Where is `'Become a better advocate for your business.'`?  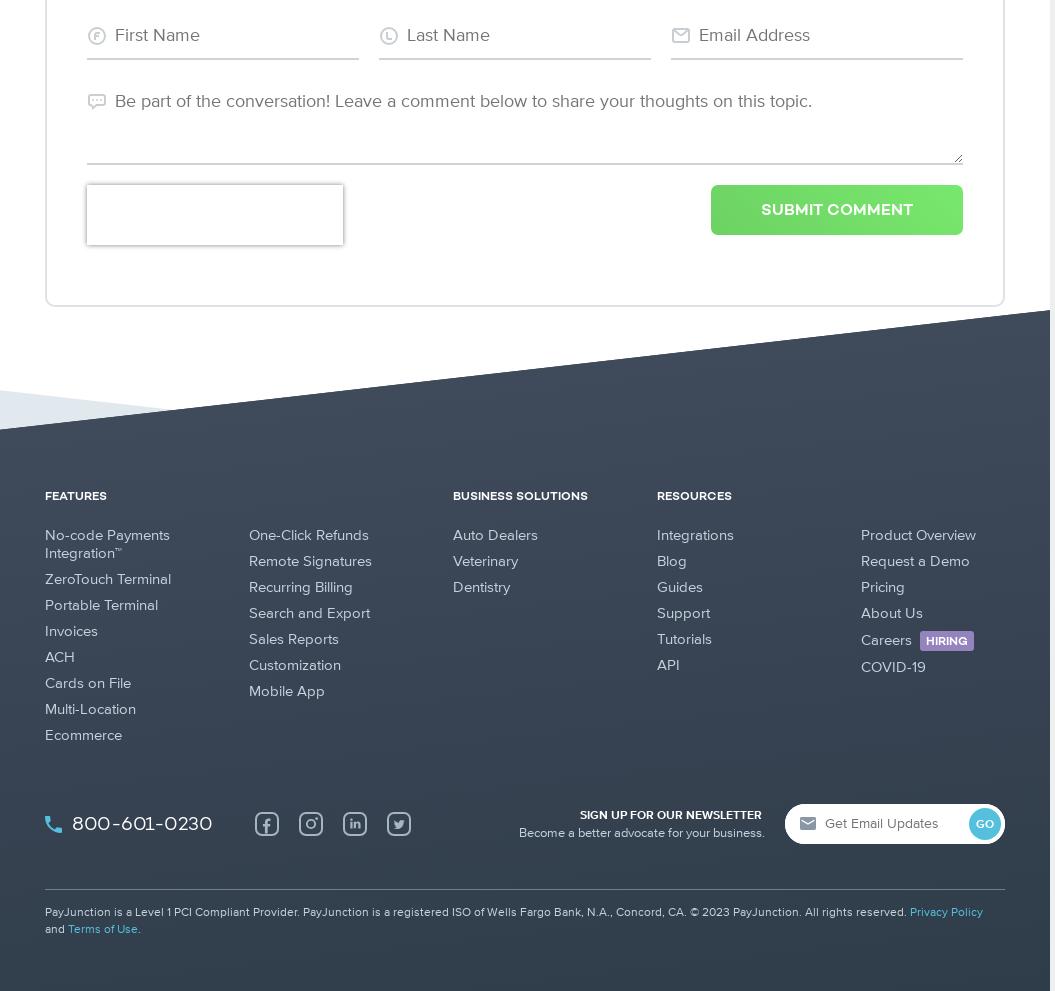
'Become a better advocate for your business.' is located at coordinates (641, 832).